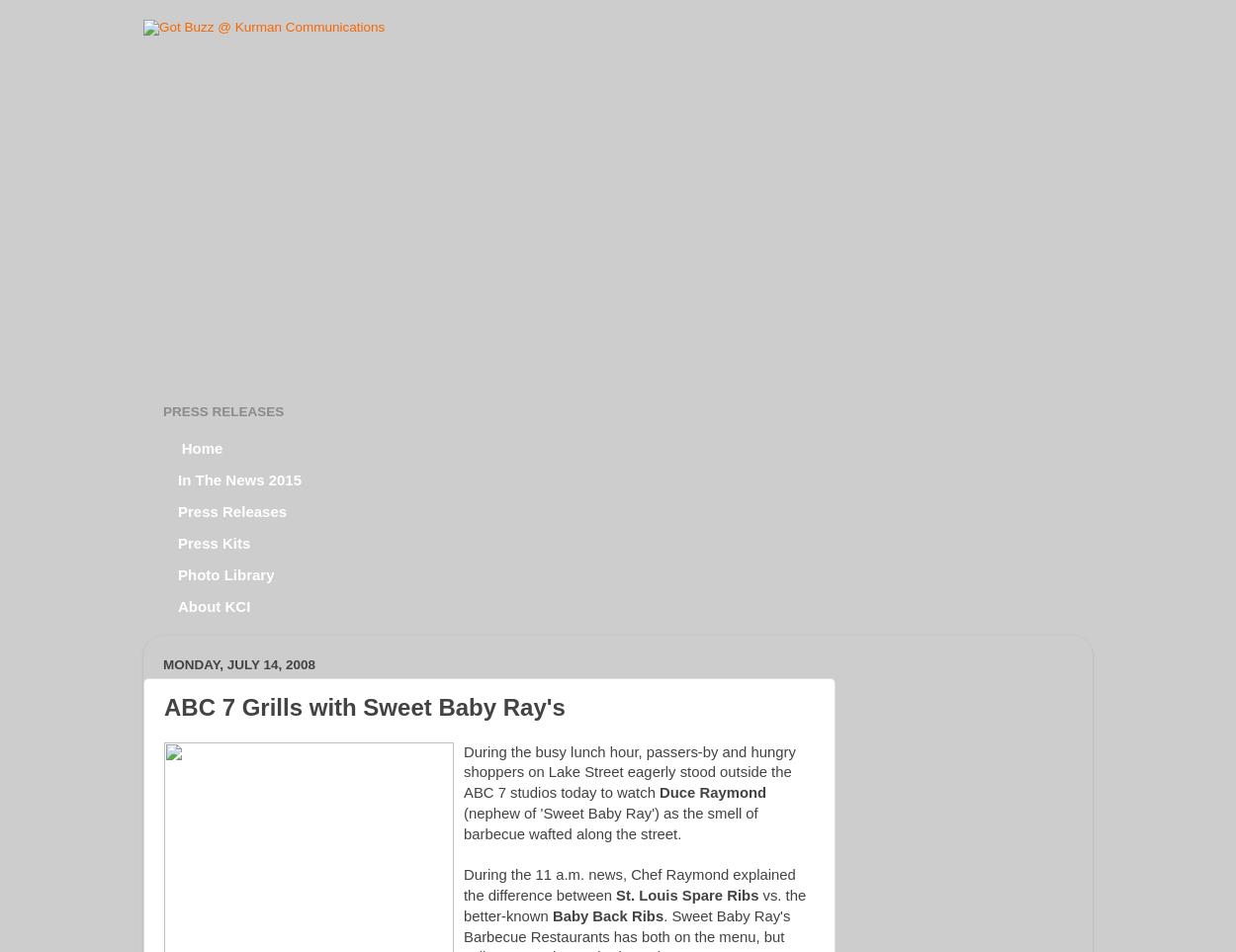  What do you see at coordinates (629, 771) in the screenshot?
I see `'During the busy lunch hour, passers-by and hungry shoppers on Lake Street eagerly stood outside the ABC 7 studios today to watch'` at bounding box center [629, 771].